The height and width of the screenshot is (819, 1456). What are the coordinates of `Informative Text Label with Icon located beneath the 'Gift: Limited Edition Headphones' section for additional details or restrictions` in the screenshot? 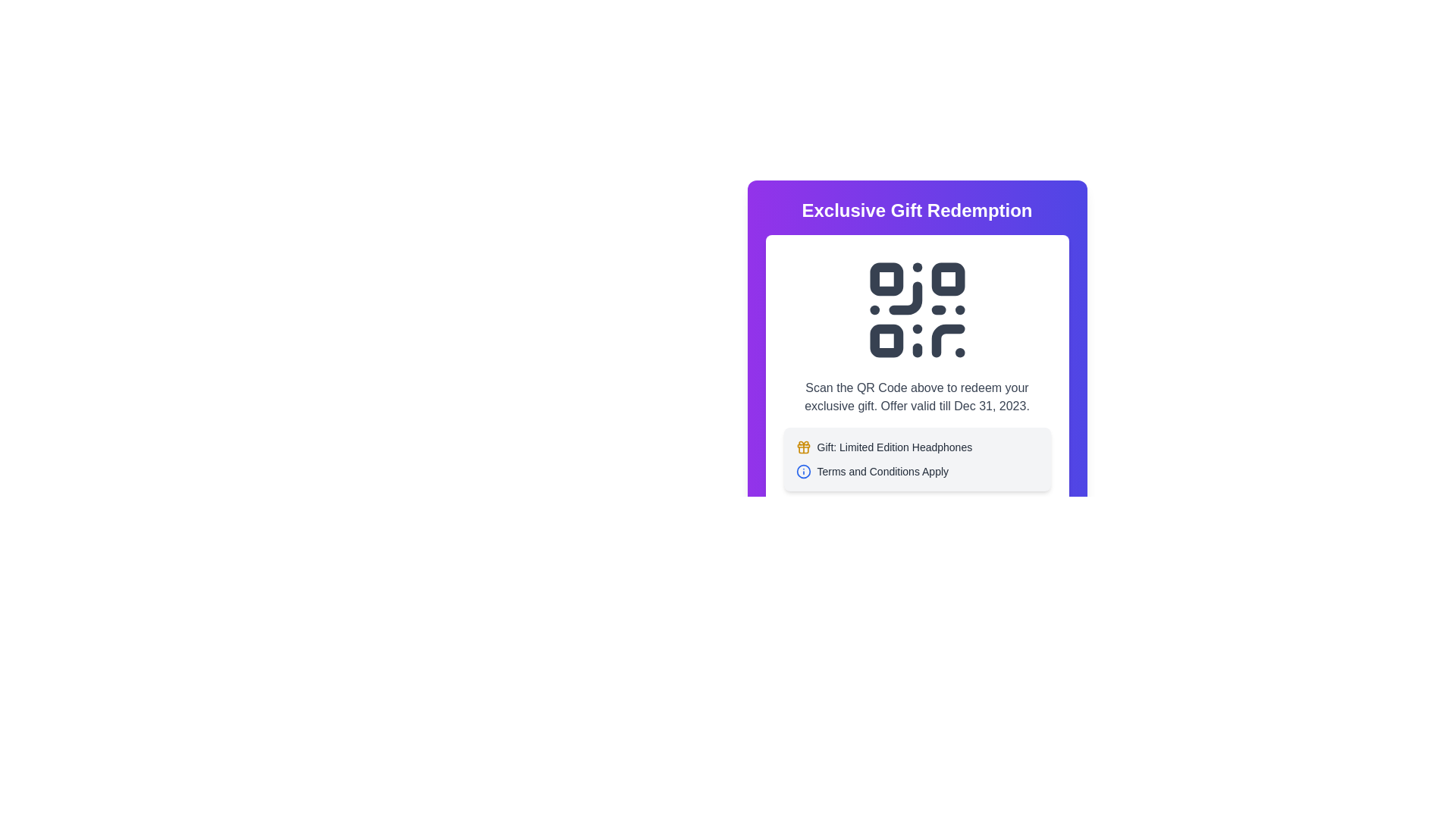 It's located at (916, 470).